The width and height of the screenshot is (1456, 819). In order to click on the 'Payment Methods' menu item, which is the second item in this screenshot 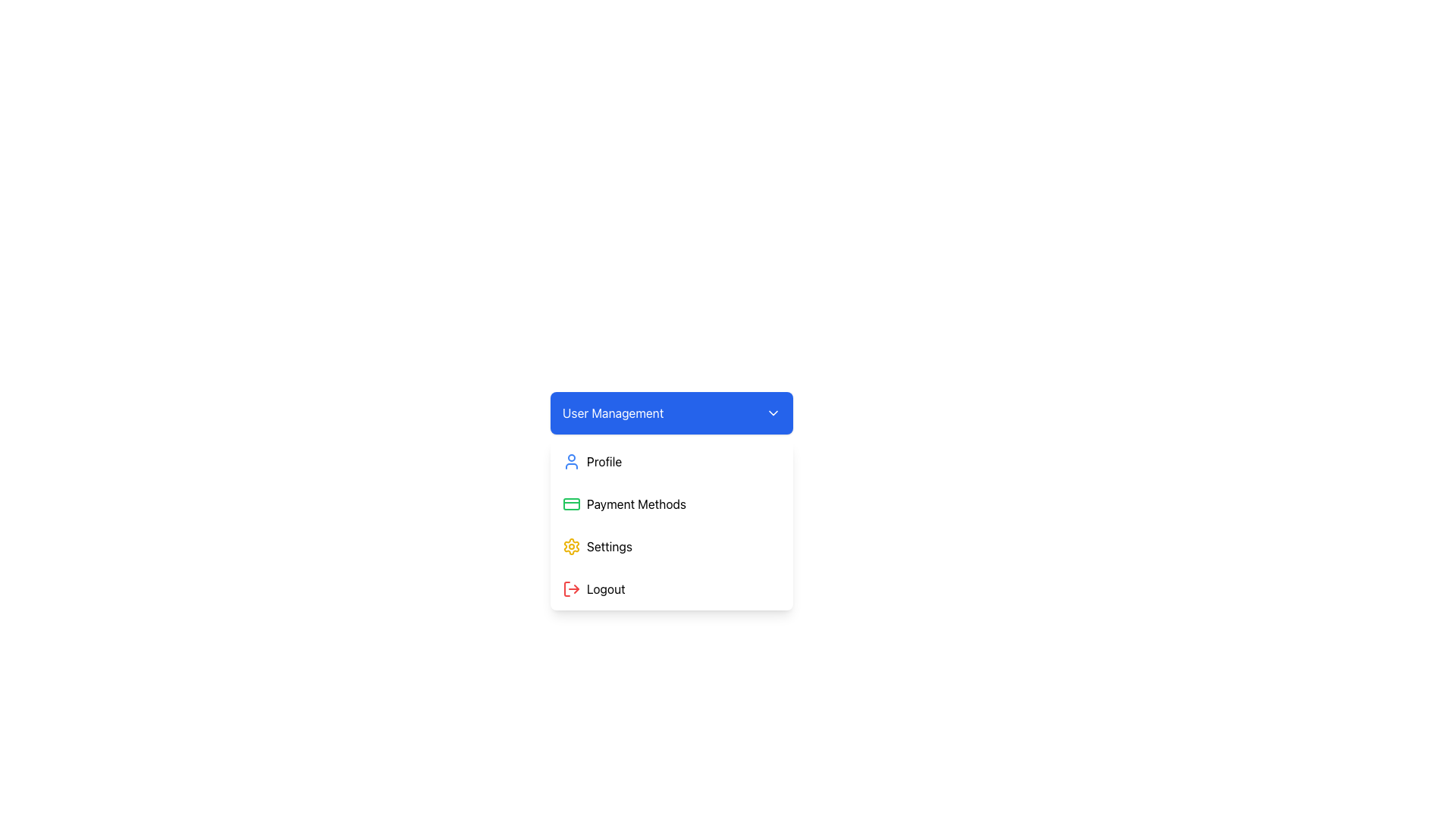, I will do `click(671, 504)`.